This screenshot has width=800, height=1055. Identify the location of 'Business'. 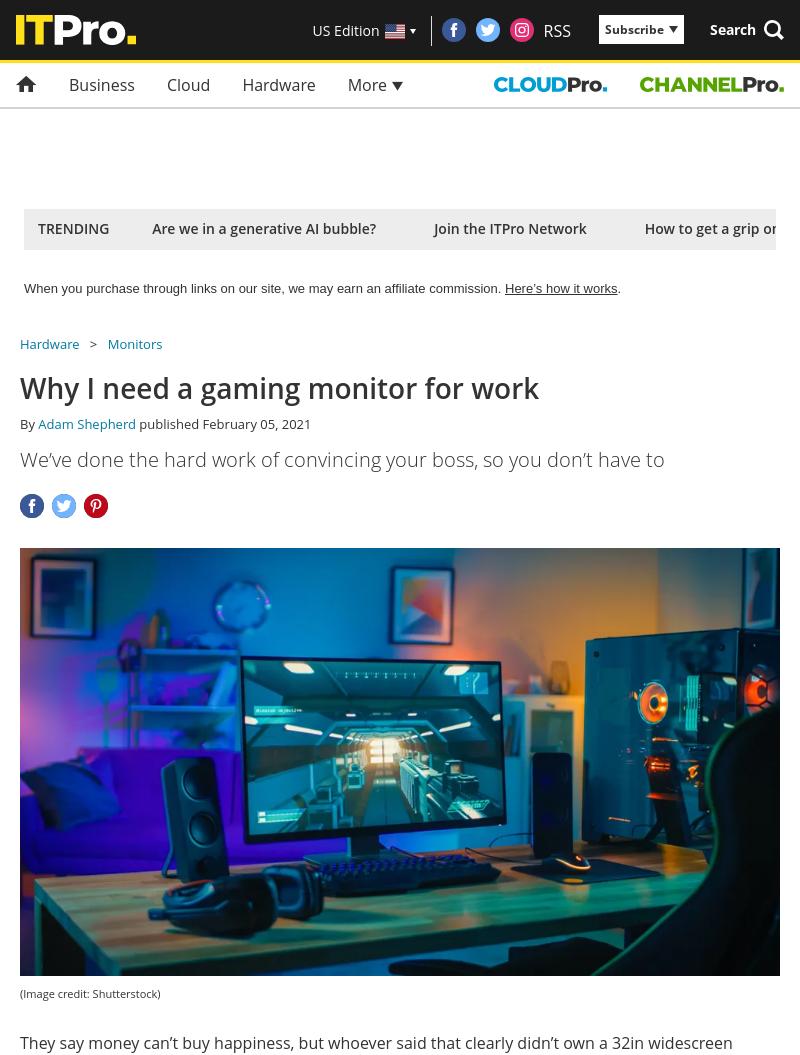
(68, 84).